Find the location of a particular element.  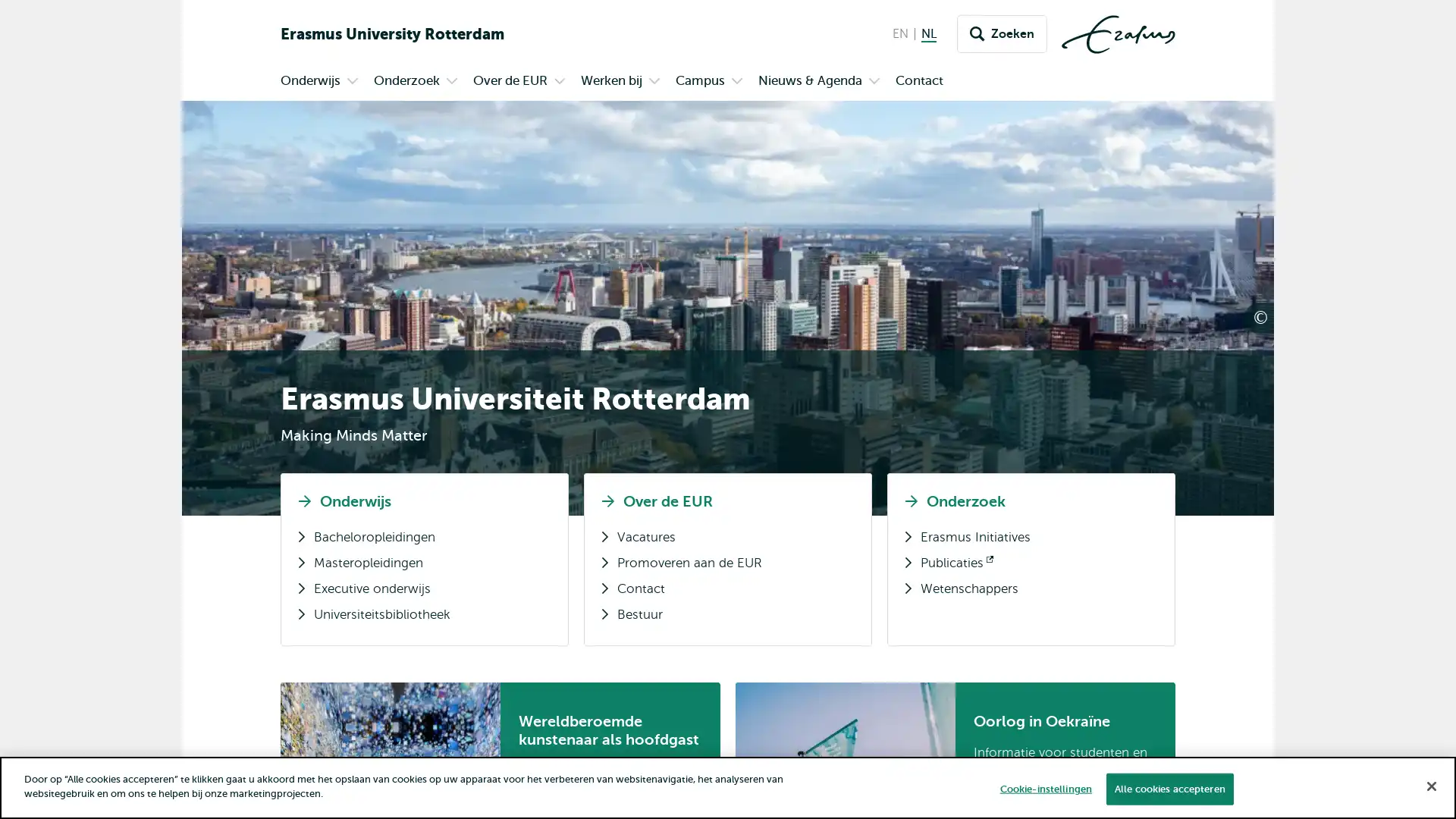

Sluiten is located at coordinates (1430, 785).